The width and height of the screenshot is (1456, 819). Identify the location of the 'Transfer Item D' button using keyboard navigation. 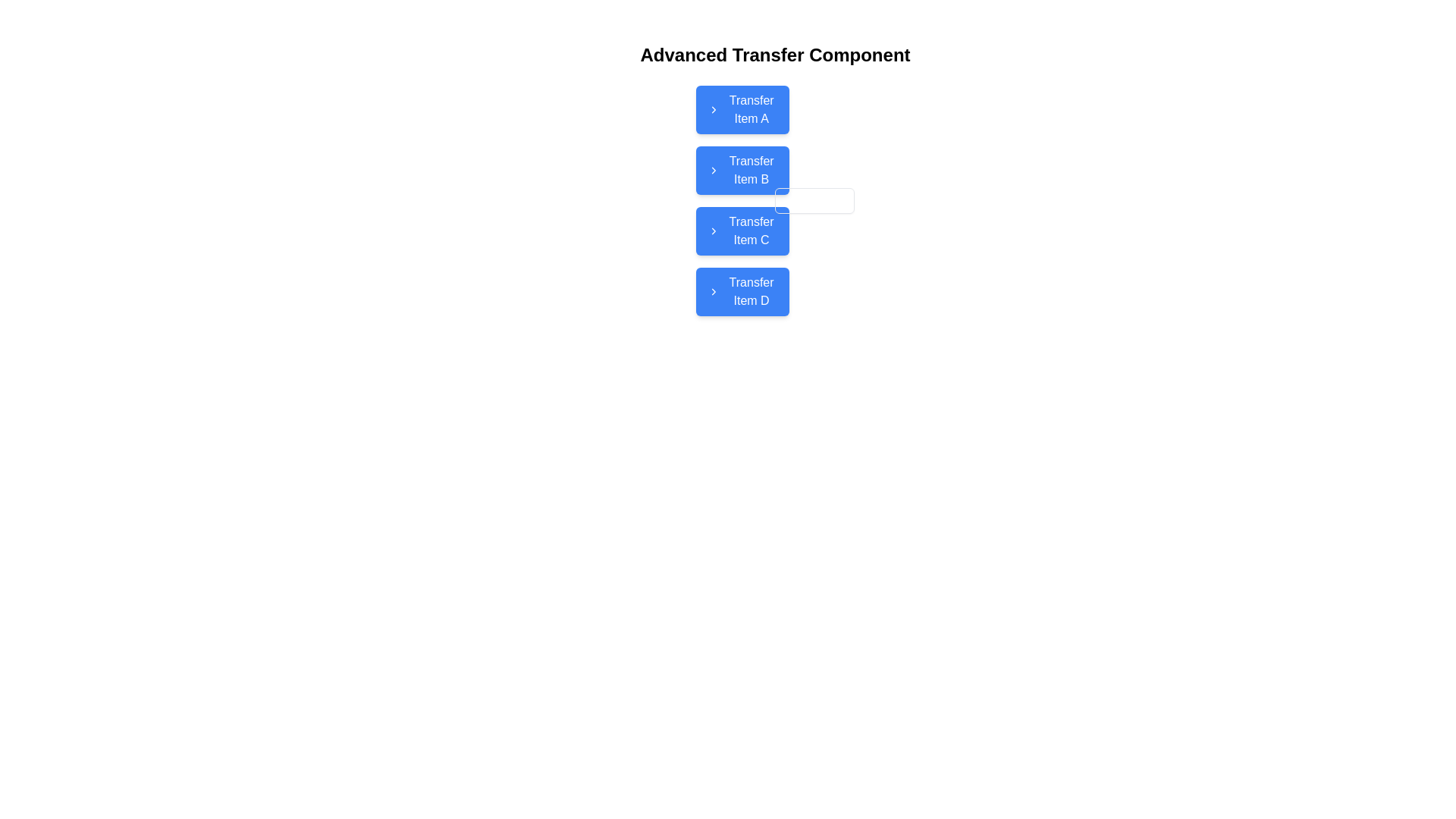
(742, 292).